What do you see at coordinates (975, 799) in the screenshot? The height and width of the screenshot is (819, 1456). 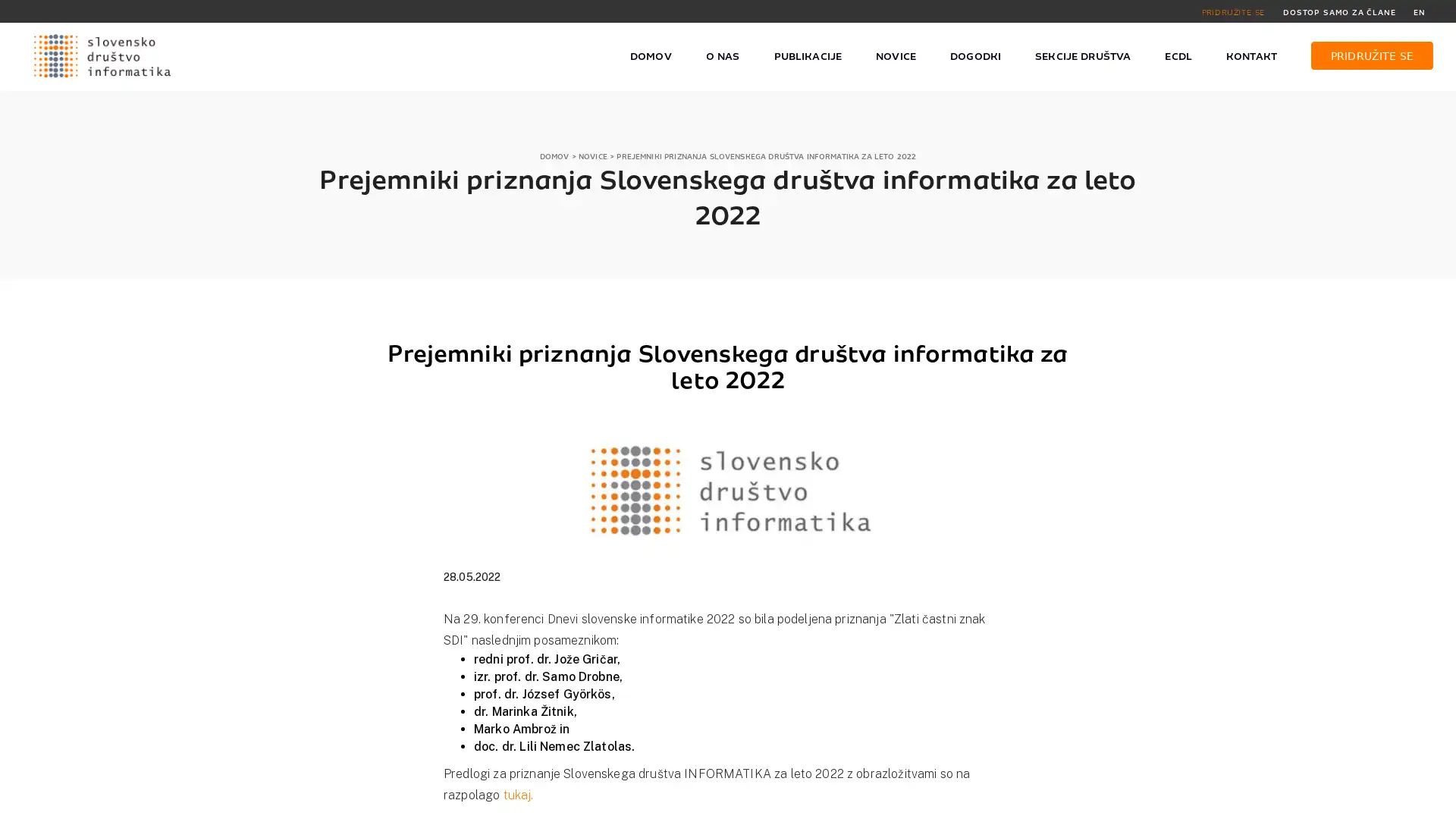 I see `Sprejmi piskotke` at bounding box center [975, 799].